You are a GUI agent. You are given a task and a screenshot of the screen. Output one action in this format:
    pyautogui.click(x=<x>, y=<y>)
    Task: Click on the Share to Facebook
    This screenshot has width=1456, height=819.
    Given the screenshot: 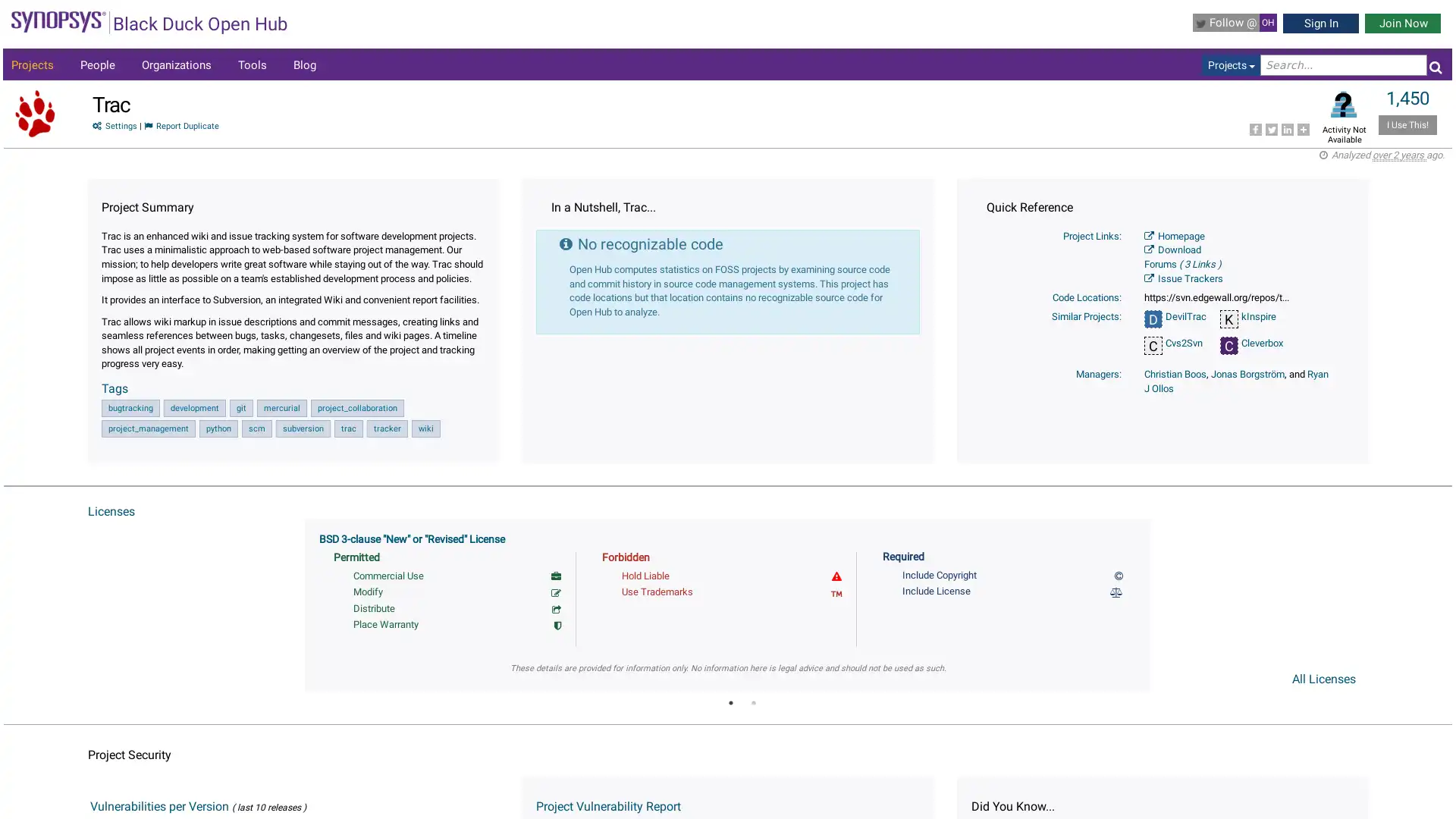 What is the action you would take?
    pyautogui.click(x=1255, y=128)
    